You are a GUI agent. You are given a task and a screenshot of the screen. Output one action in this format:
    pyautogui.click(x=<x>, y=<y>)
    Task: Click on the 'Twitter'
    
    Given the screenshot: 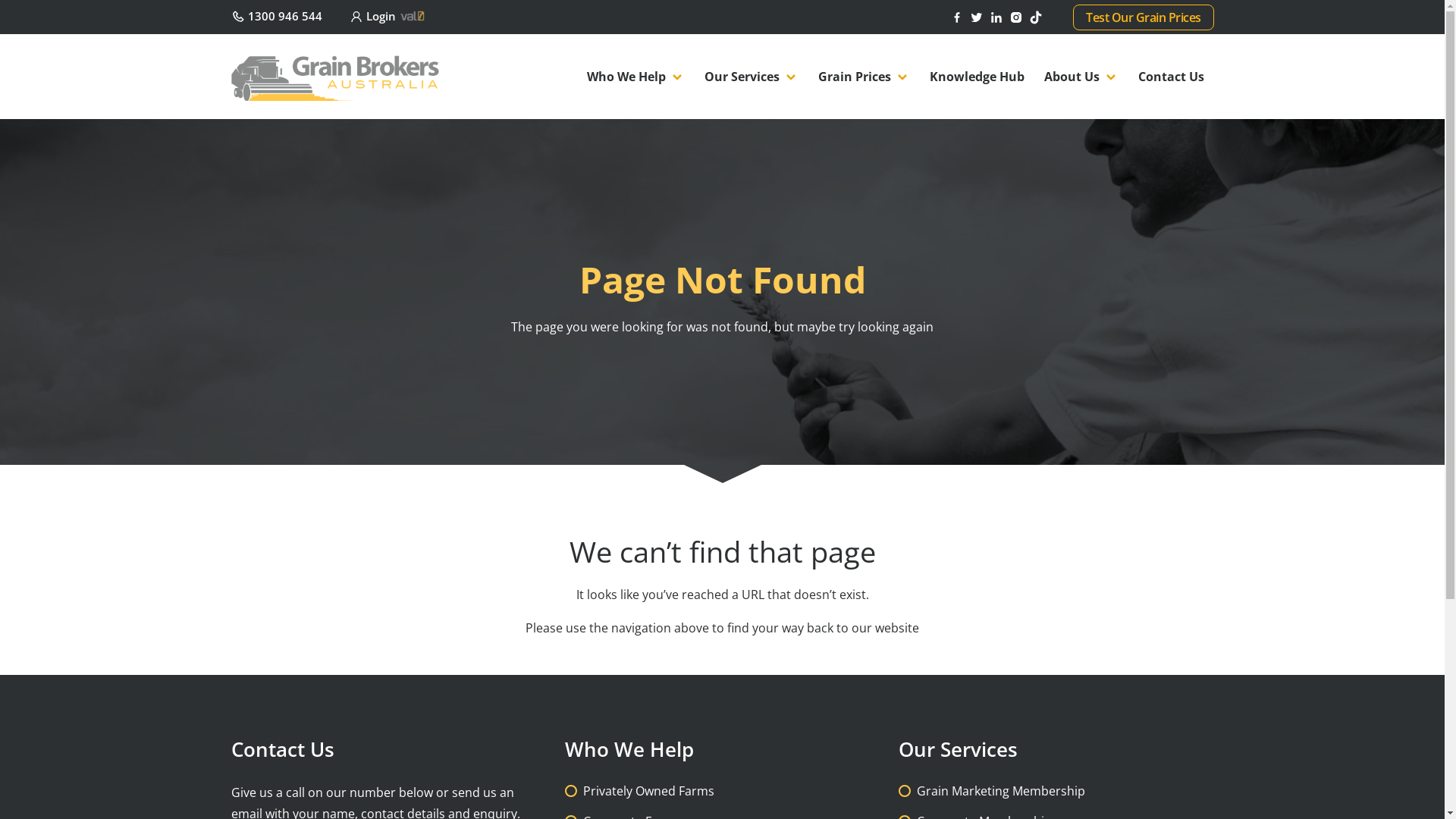 What is the action you would take?
    pyautogui.click(x=978, y=15)
    